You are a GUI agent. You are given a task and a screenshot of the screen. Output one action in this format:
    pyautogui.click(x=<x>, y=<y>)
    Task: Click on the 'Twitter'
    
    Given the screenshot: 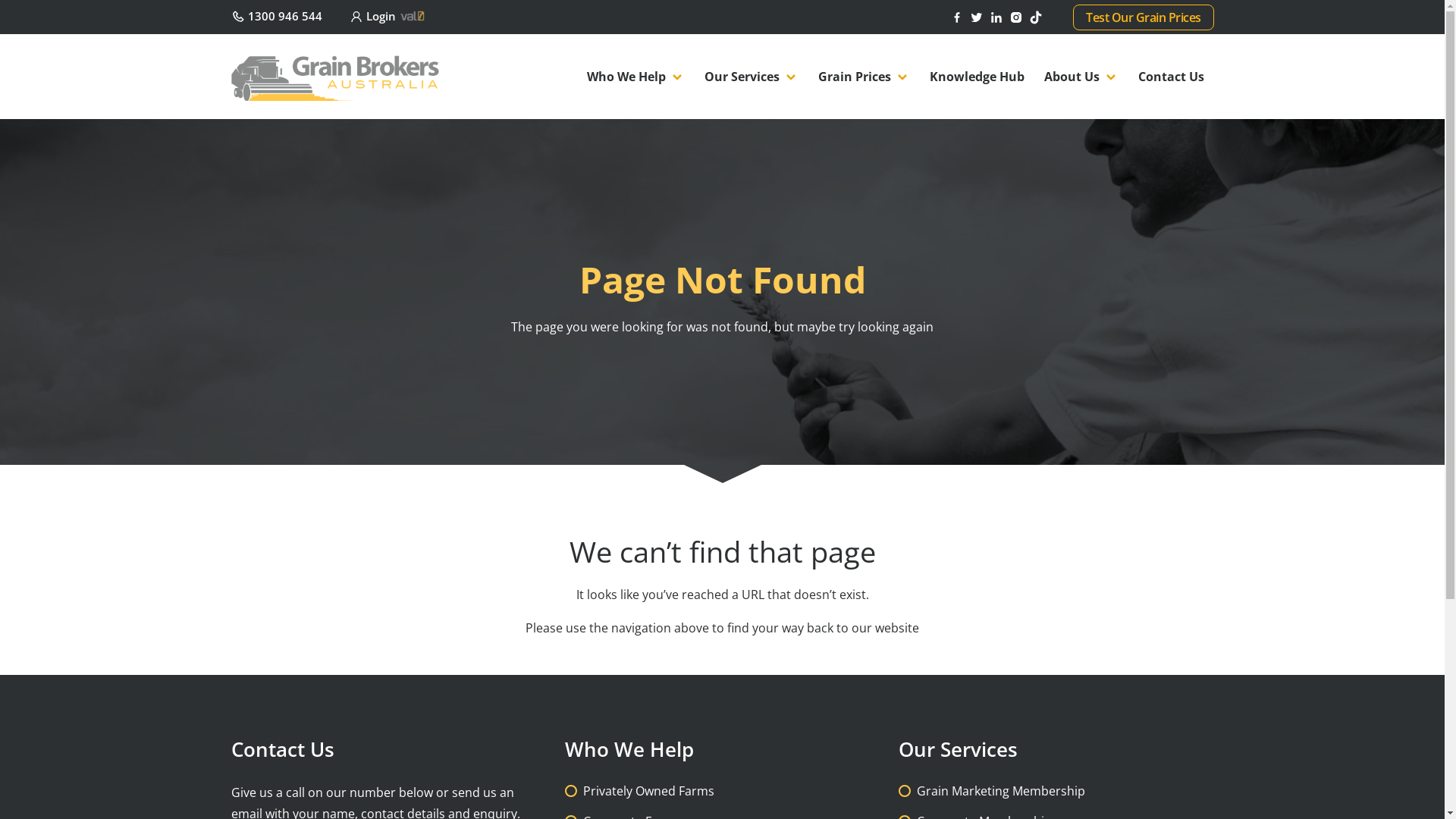 What is the action you would take?
    pyautogui.click(x=978, y=15)
    